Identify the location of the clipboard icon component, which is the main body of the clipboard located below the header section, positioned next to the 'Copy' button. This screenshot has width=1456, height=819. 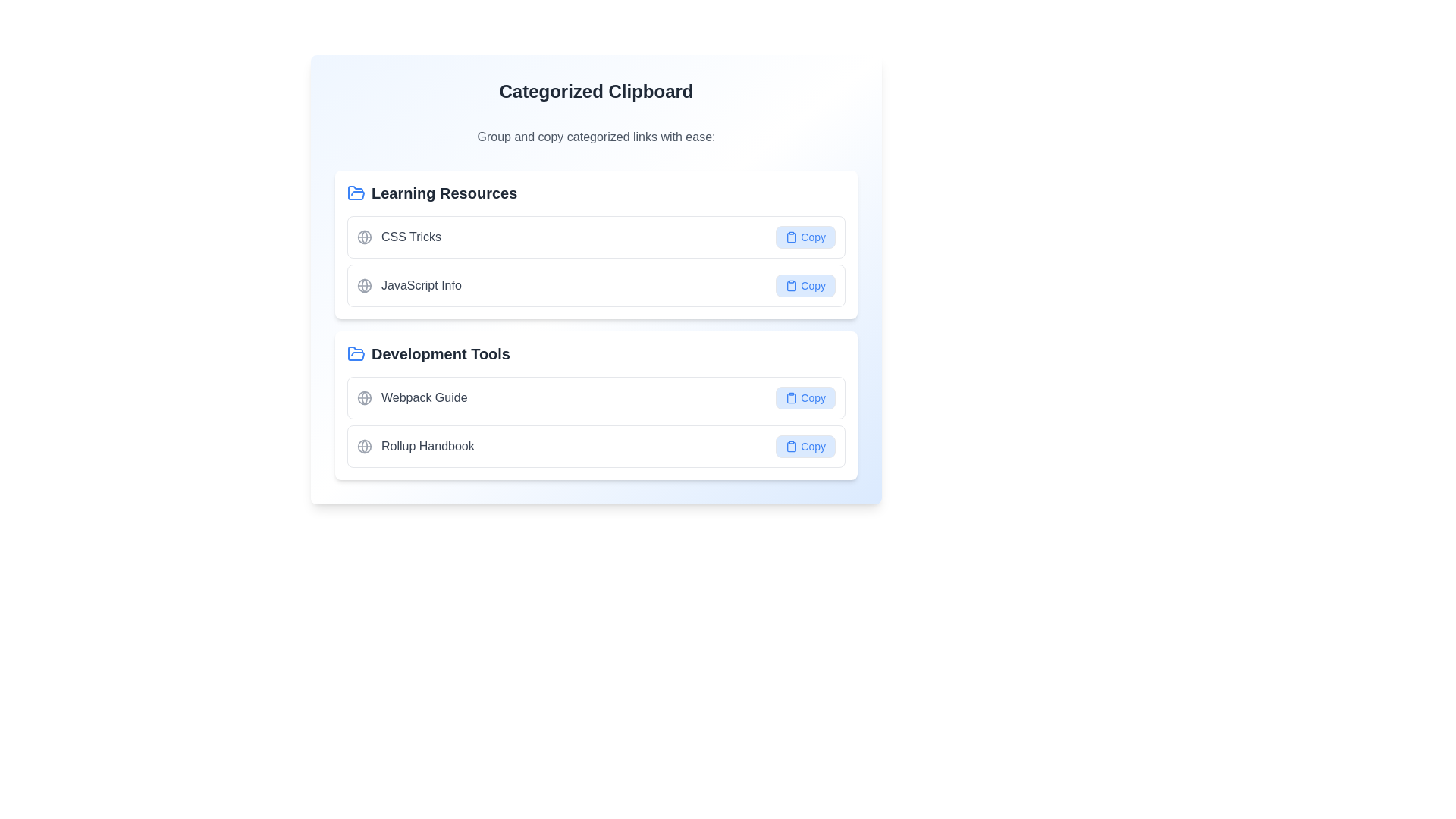
(791, 446).